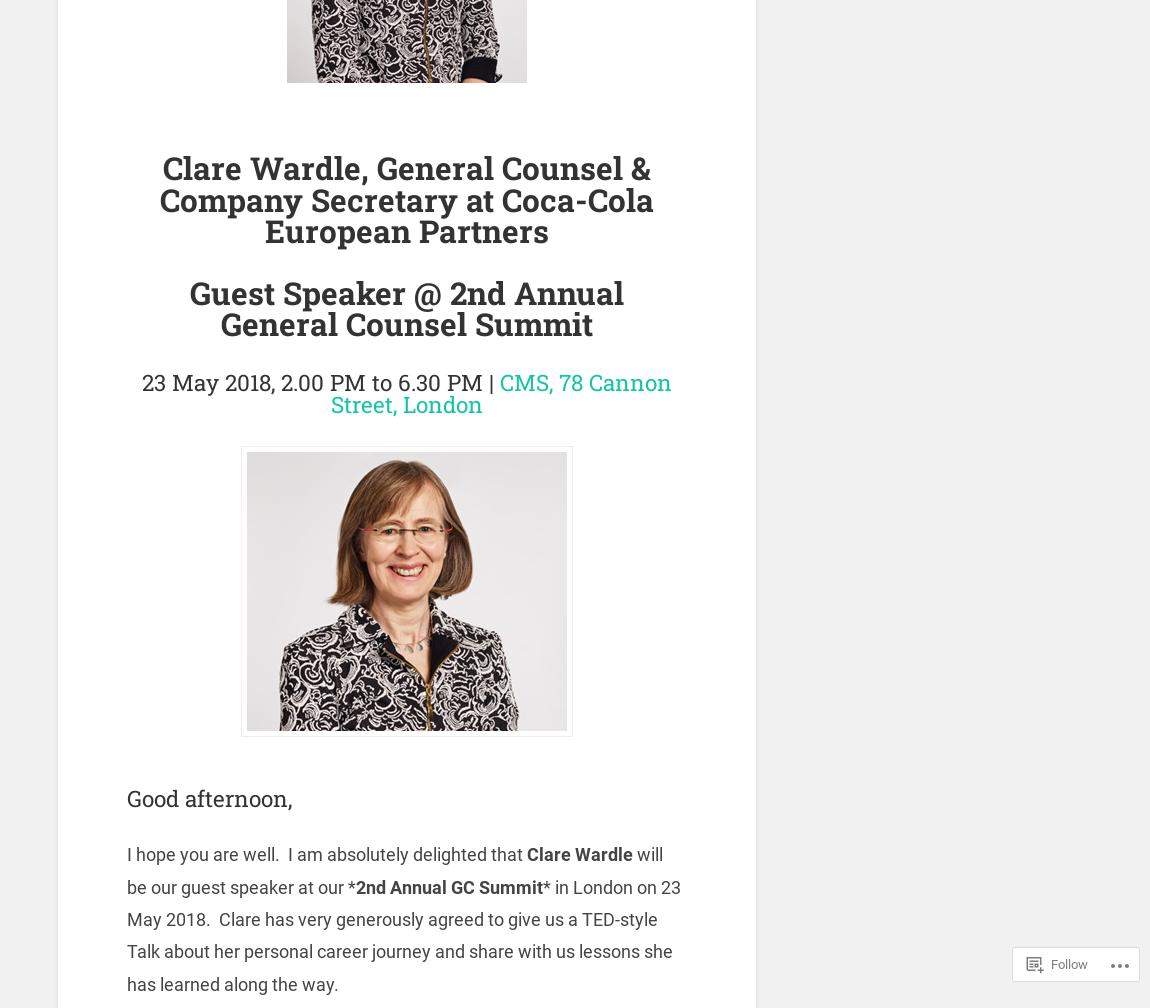  Describe the element at coordinates (500, 392) in the screenshot. I see `'CMS, 78 Cannon Street, London'` at that location.